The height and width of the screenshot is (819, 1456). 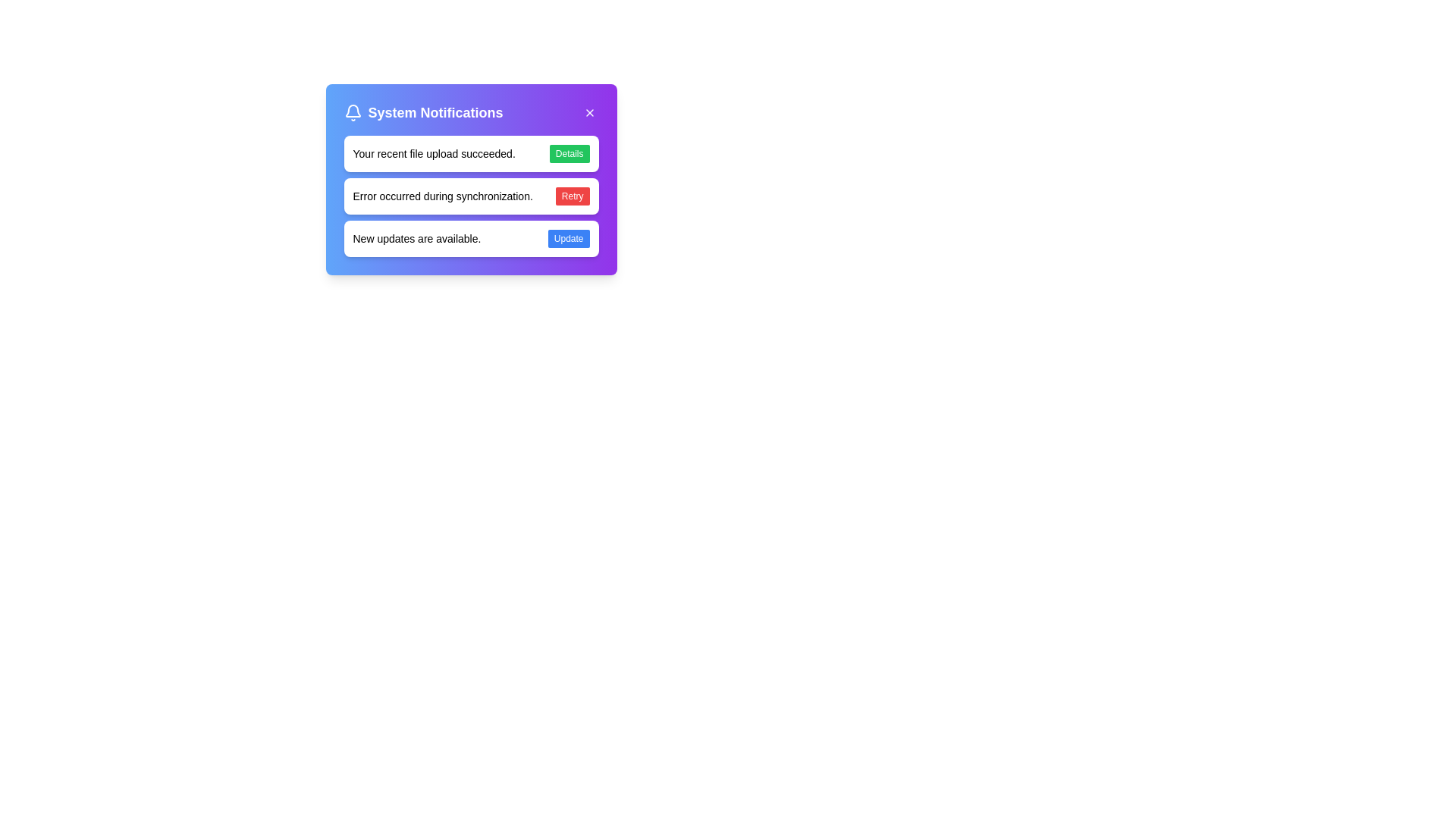 I want to click on the close button for the System Notifications panel, which is a rounded square with a purple background and a white 'X' icon, to observe the background color change, so click(x=588, y=112).